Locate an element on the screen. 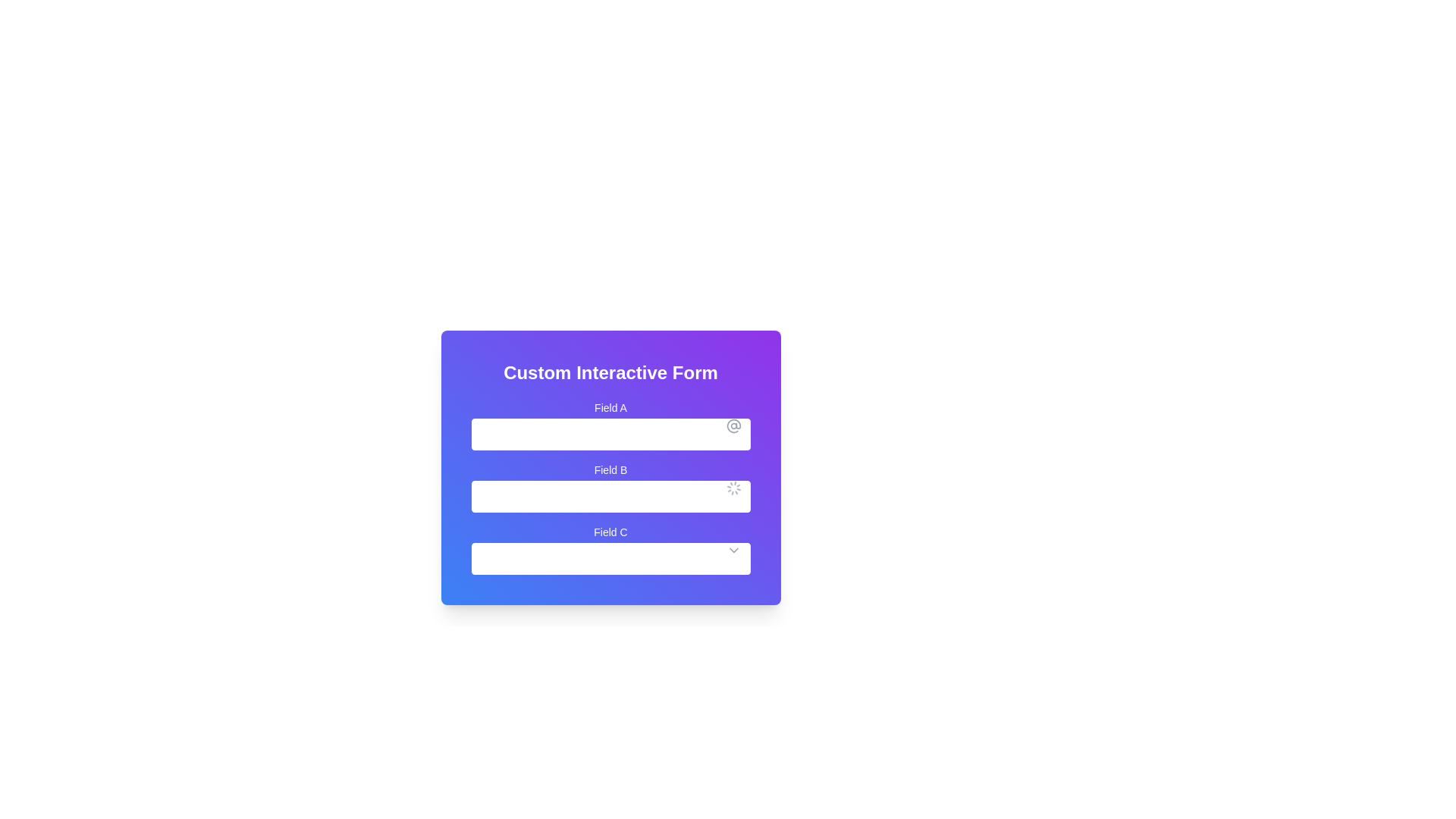 The height and width of the screenshot is (819, 1456). the Text input field labeled 'Field A' by tabbing to it is located at coordinates (610, 425).